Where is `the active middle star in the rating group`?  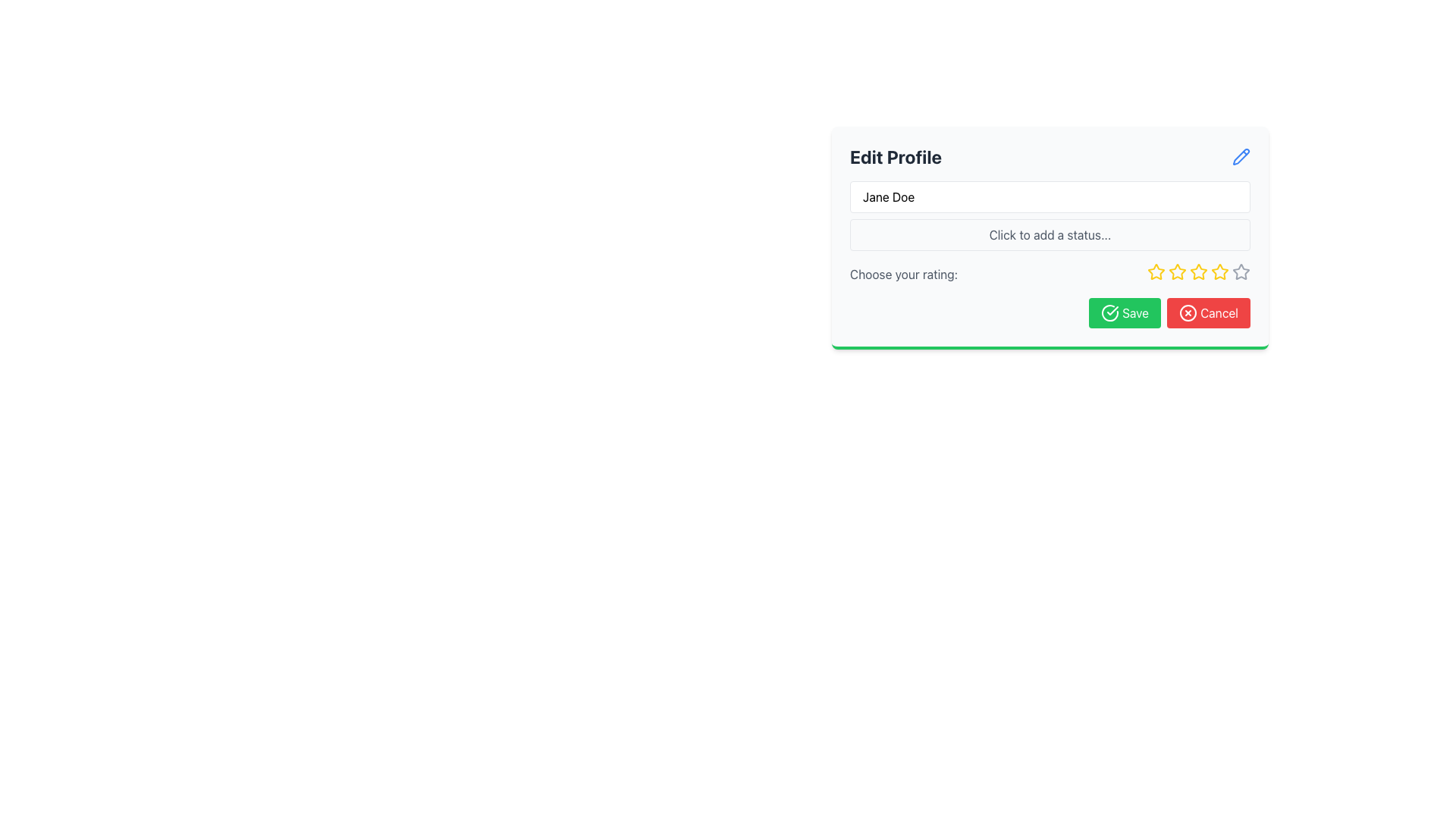 the active middle star in the rating group is located at coordinates (1197, 275).